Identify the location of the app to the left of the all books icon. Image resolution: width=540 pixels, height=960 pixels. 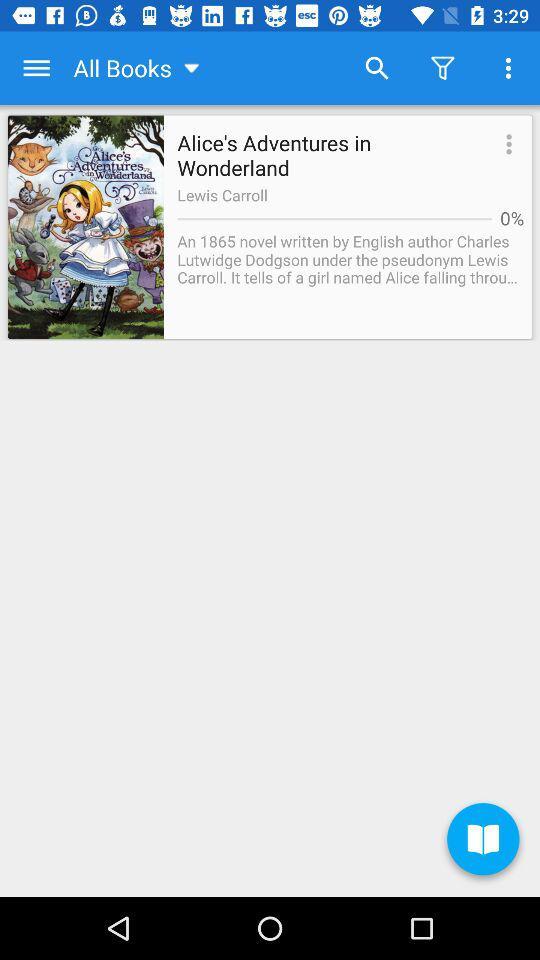
(36, 68).